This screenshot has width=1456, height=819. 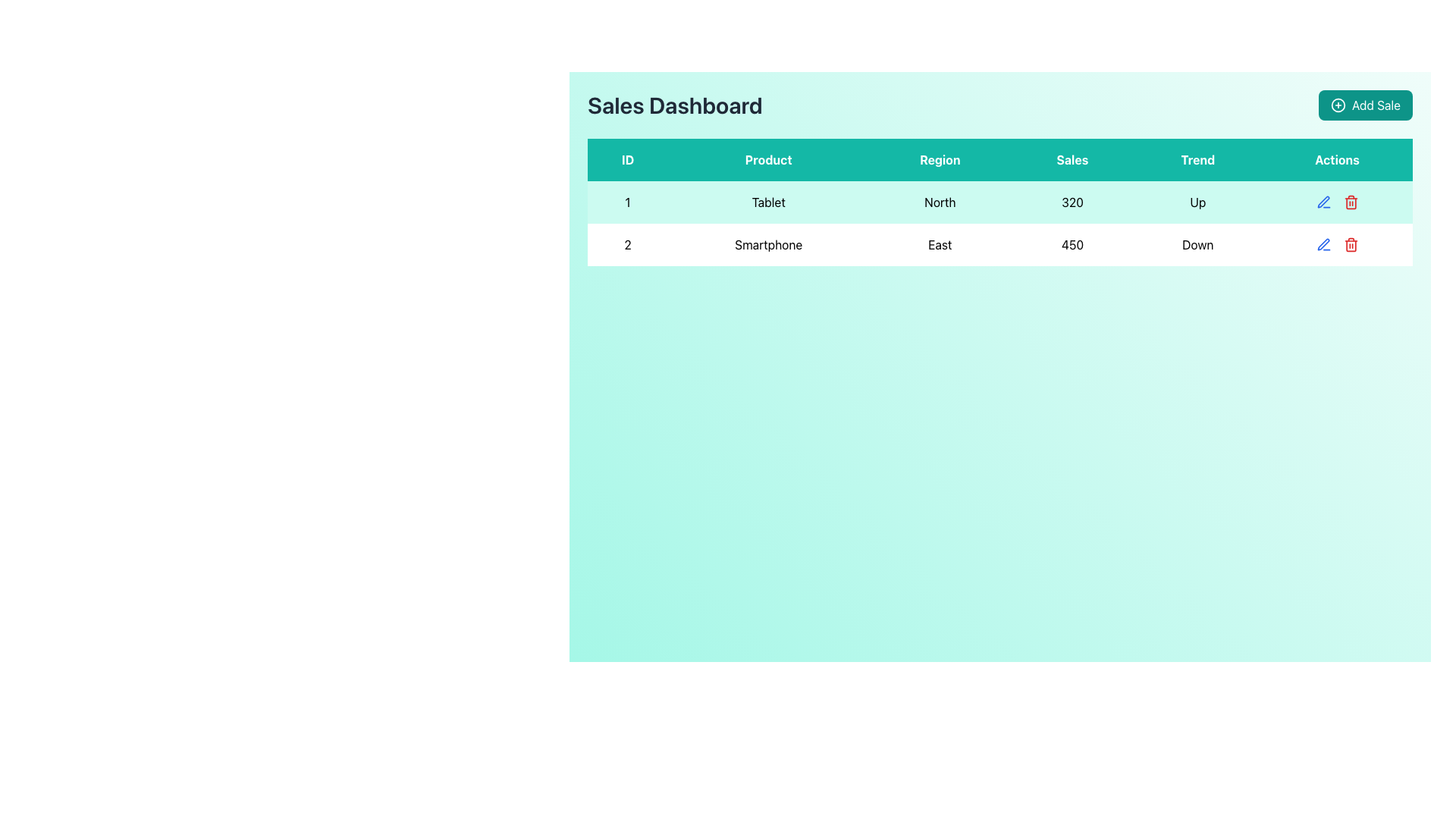 I want to click on the table cell displaying the numeral '1' from its position at the first column of the table, so click(x=628, y=201).